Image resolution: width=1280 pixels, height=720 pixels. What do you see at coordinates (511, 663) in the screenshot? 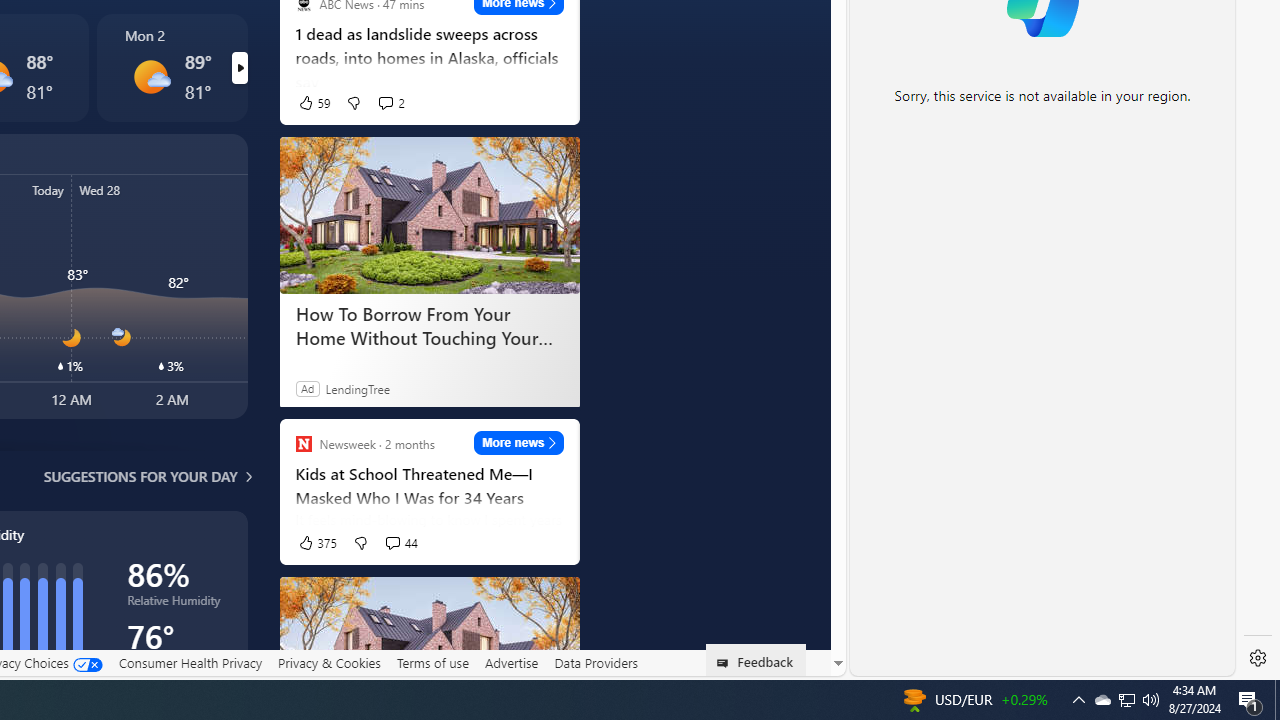
I see `'Advertise'` at bounding box center [511, 663].